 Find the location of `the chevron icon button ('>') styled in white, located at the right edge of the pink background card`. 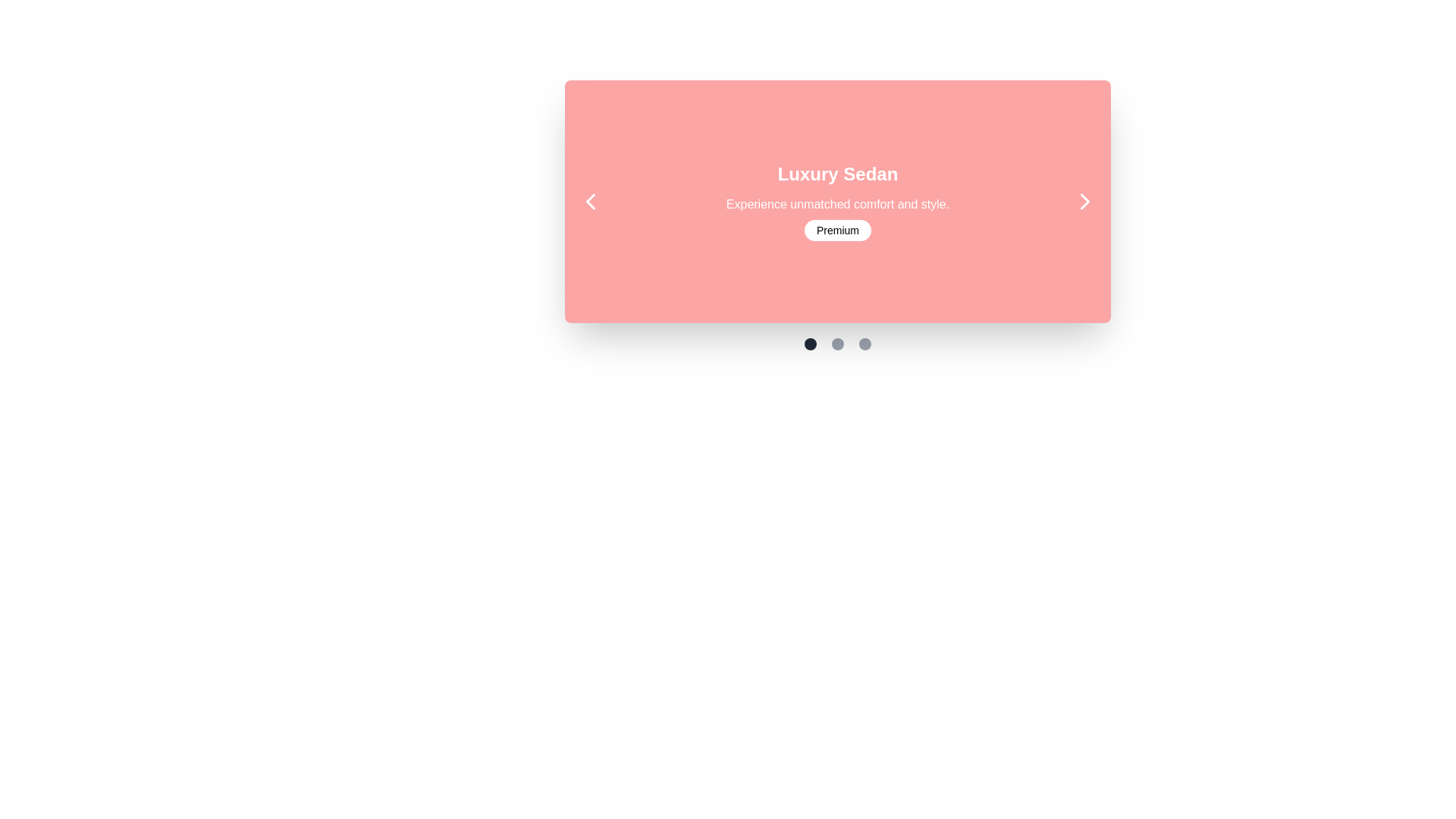

the chevron icon button ('>') styled in white, located at the right edge of the pink background card is located at coordinates (1084, 201).